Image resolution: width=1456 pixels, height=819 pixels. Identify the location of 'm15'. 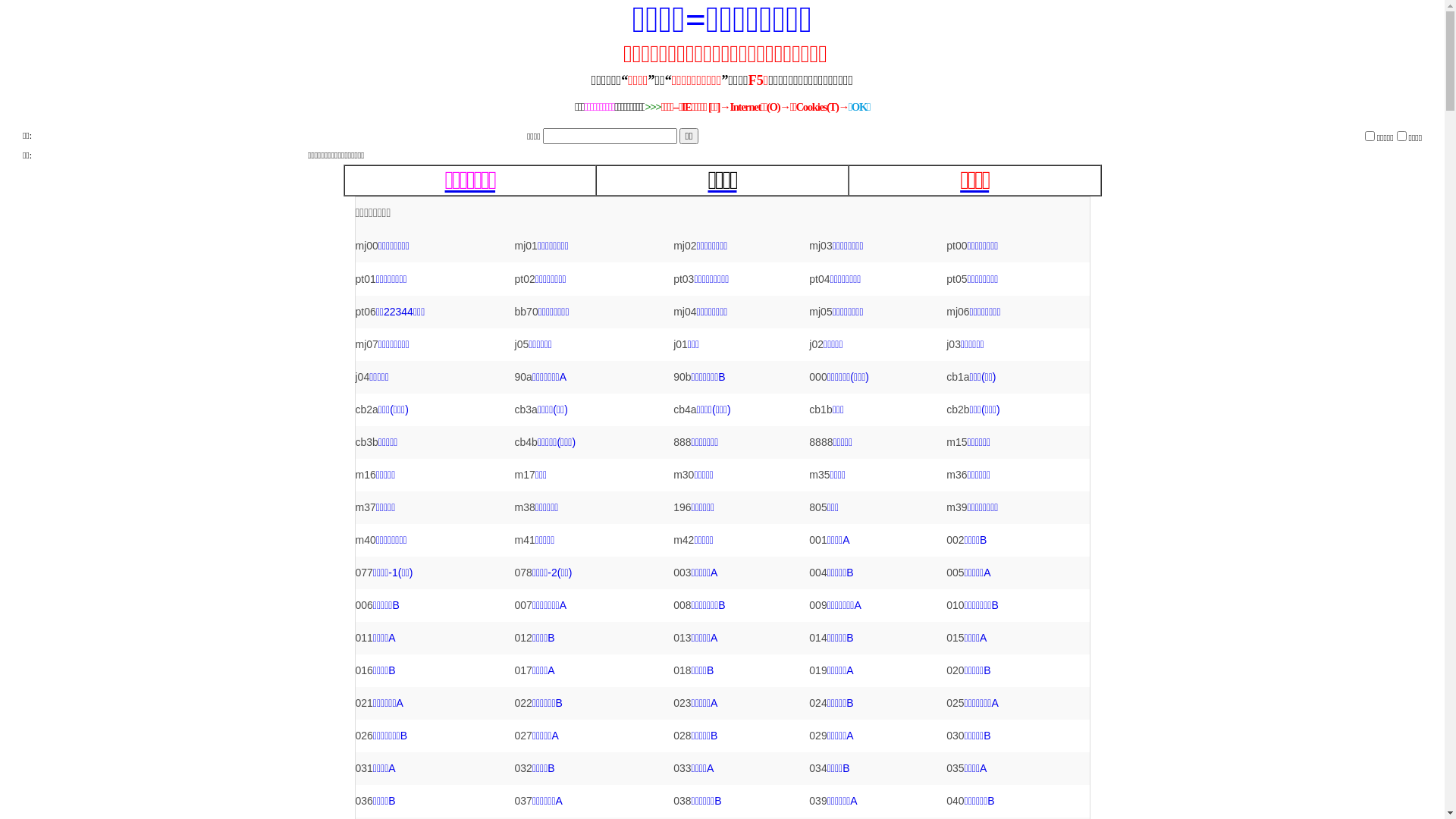
(955, 441).